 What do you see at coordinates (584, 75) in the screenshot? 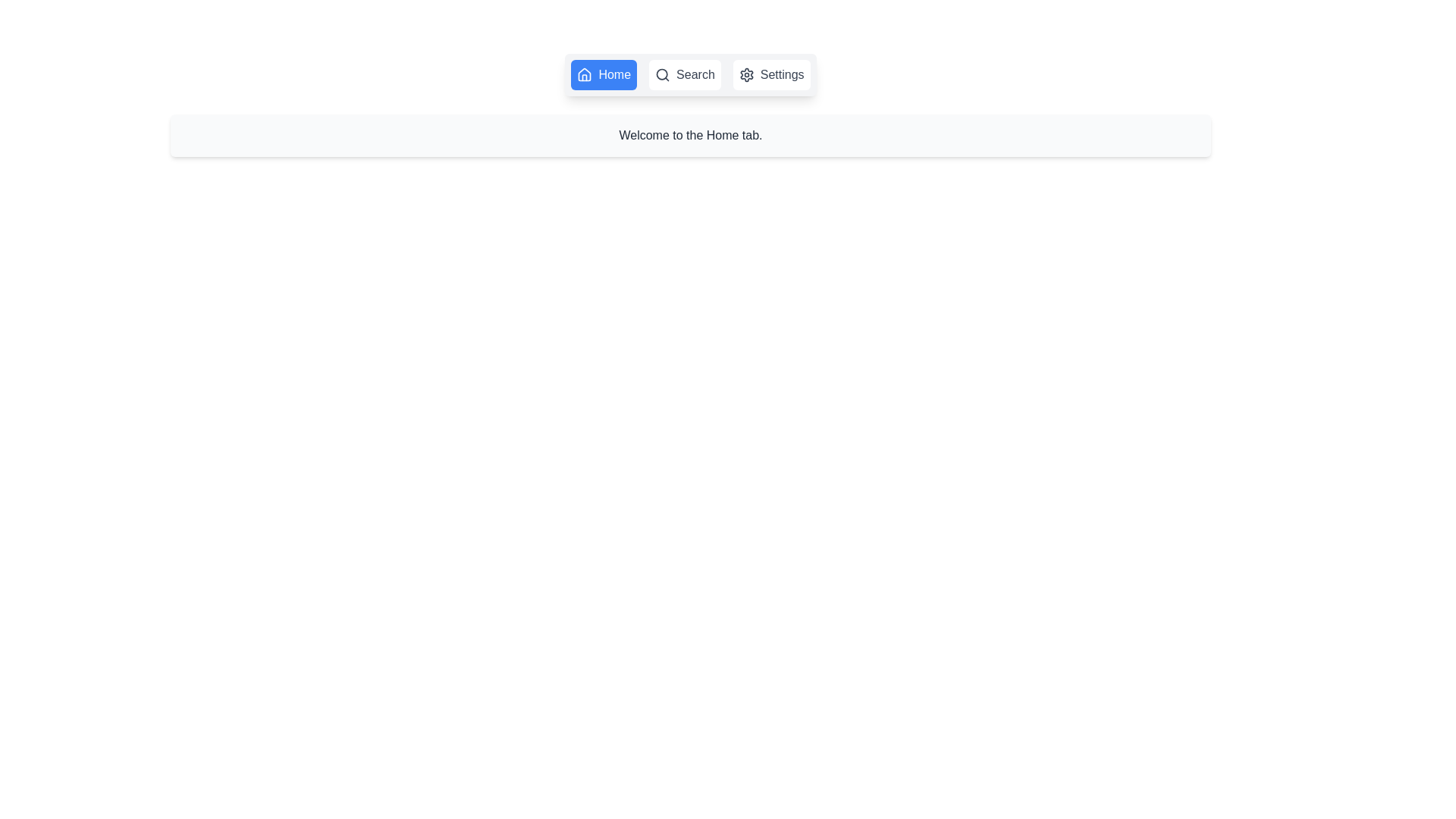
I see `the house outline icon located on the left side of the navigation bar within the 'Home' button` at bounding box center [584, 75].